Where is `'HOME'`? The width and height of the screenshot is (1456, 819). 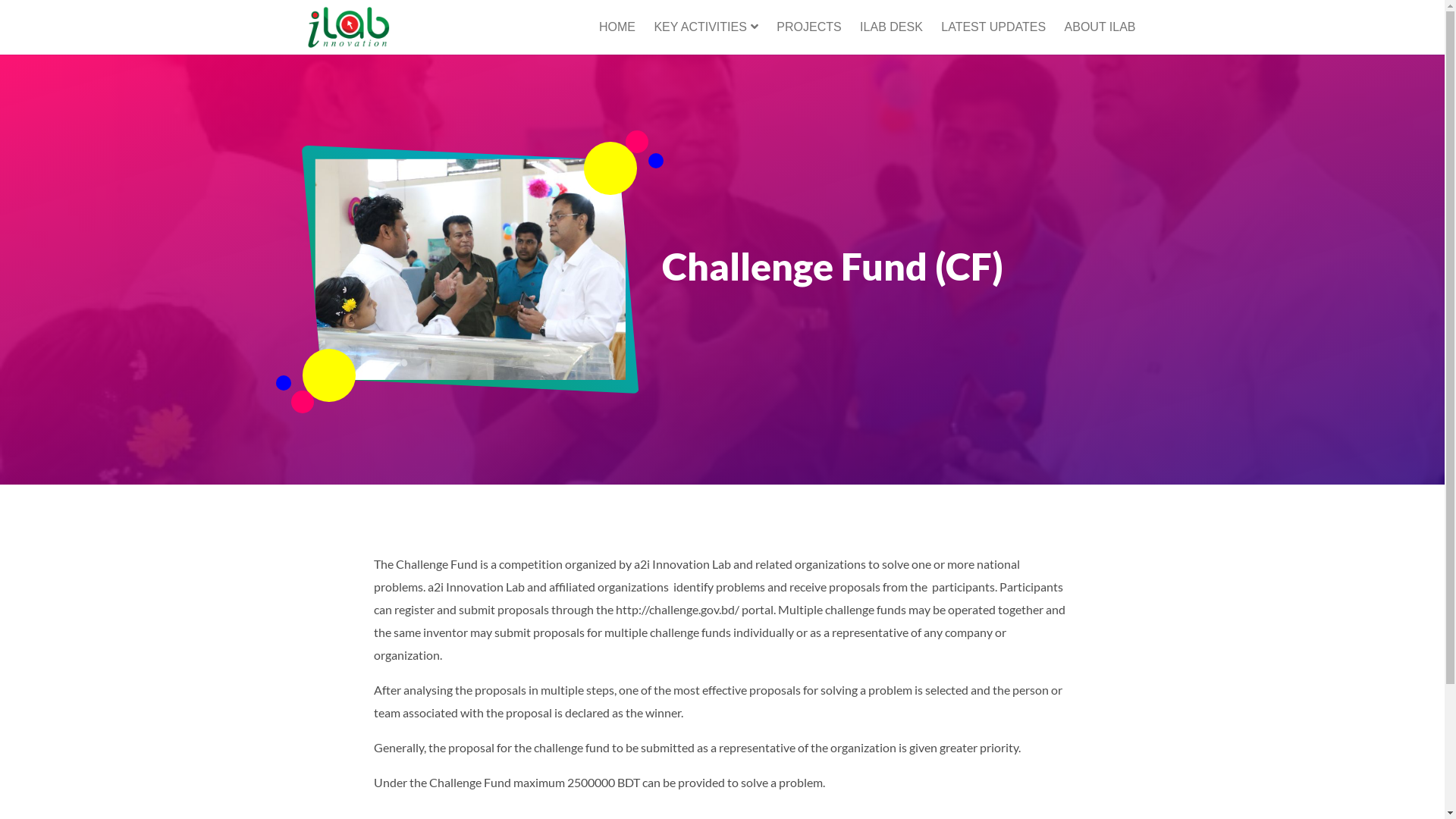 'HOME' is located at coordinates (598, 27).